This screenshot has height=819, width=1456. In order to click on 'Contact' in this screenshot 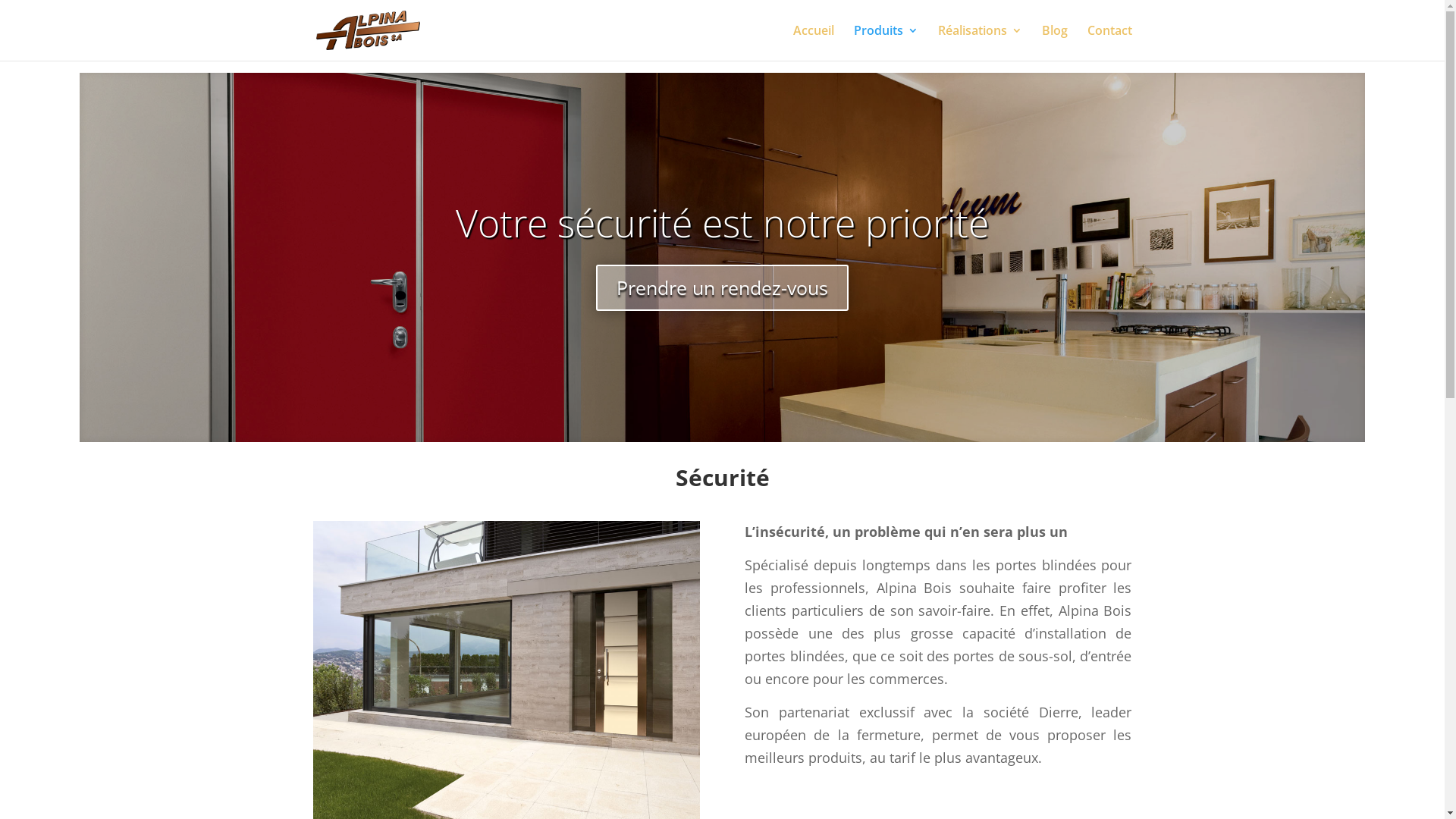, I will do `click(1109, 42)`.